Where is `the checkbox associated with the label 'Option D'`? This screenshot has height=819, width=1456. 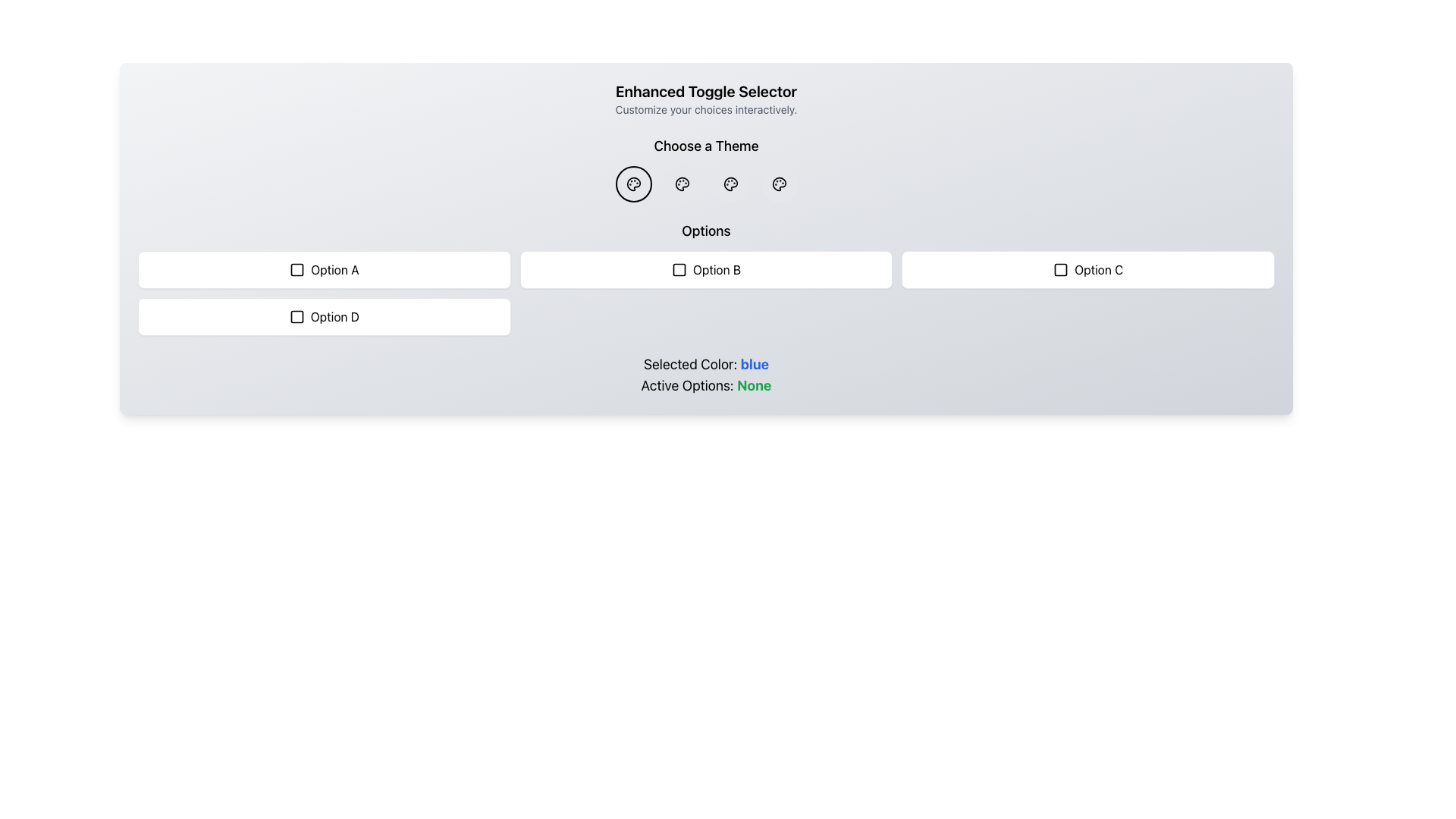
the checkbox associated with the label 'Option D' is located at coordinates (297, 315).